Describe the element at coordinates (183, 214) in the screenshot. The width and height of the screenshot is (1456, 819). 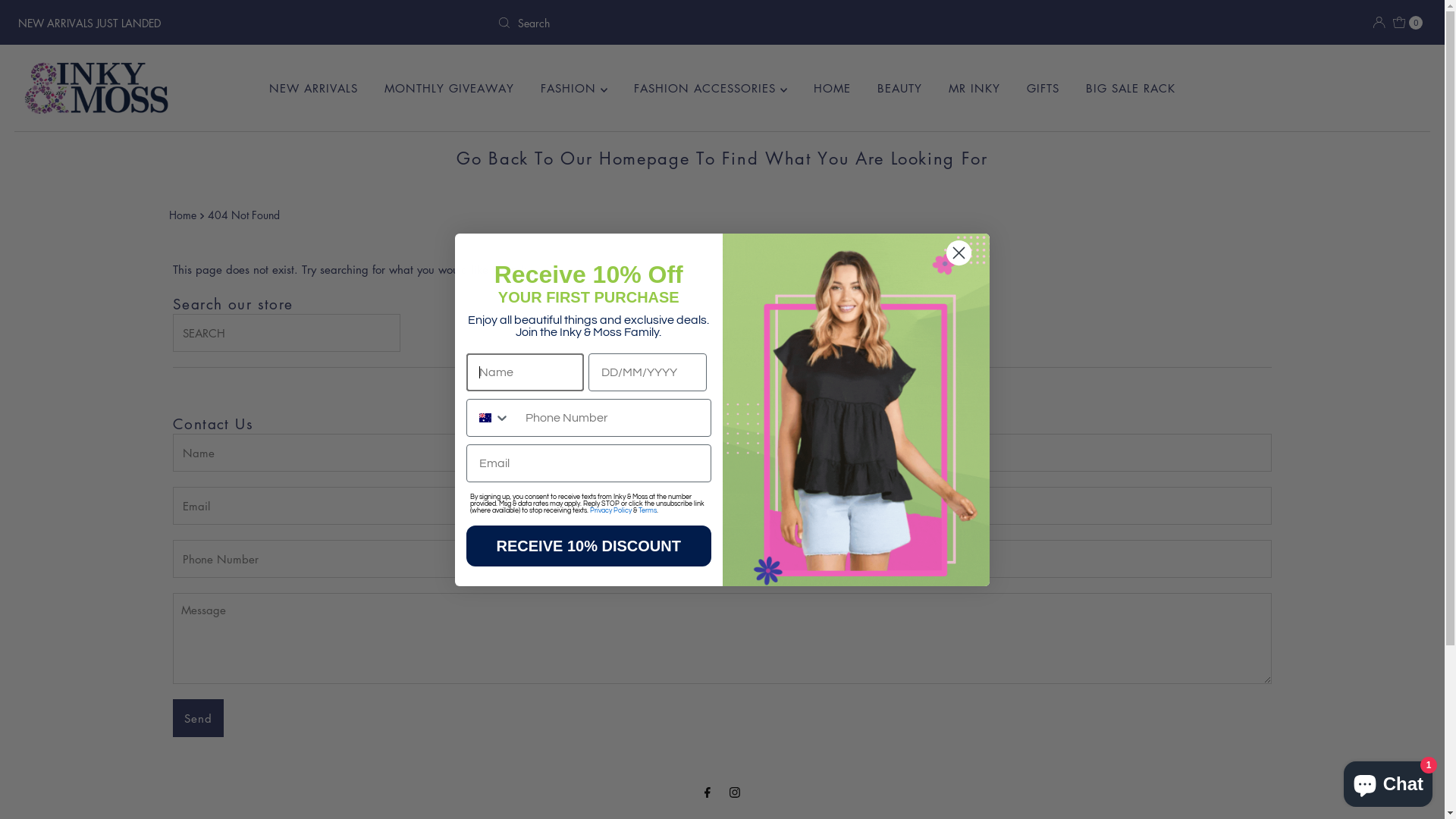
I see `'Home'` at that location.